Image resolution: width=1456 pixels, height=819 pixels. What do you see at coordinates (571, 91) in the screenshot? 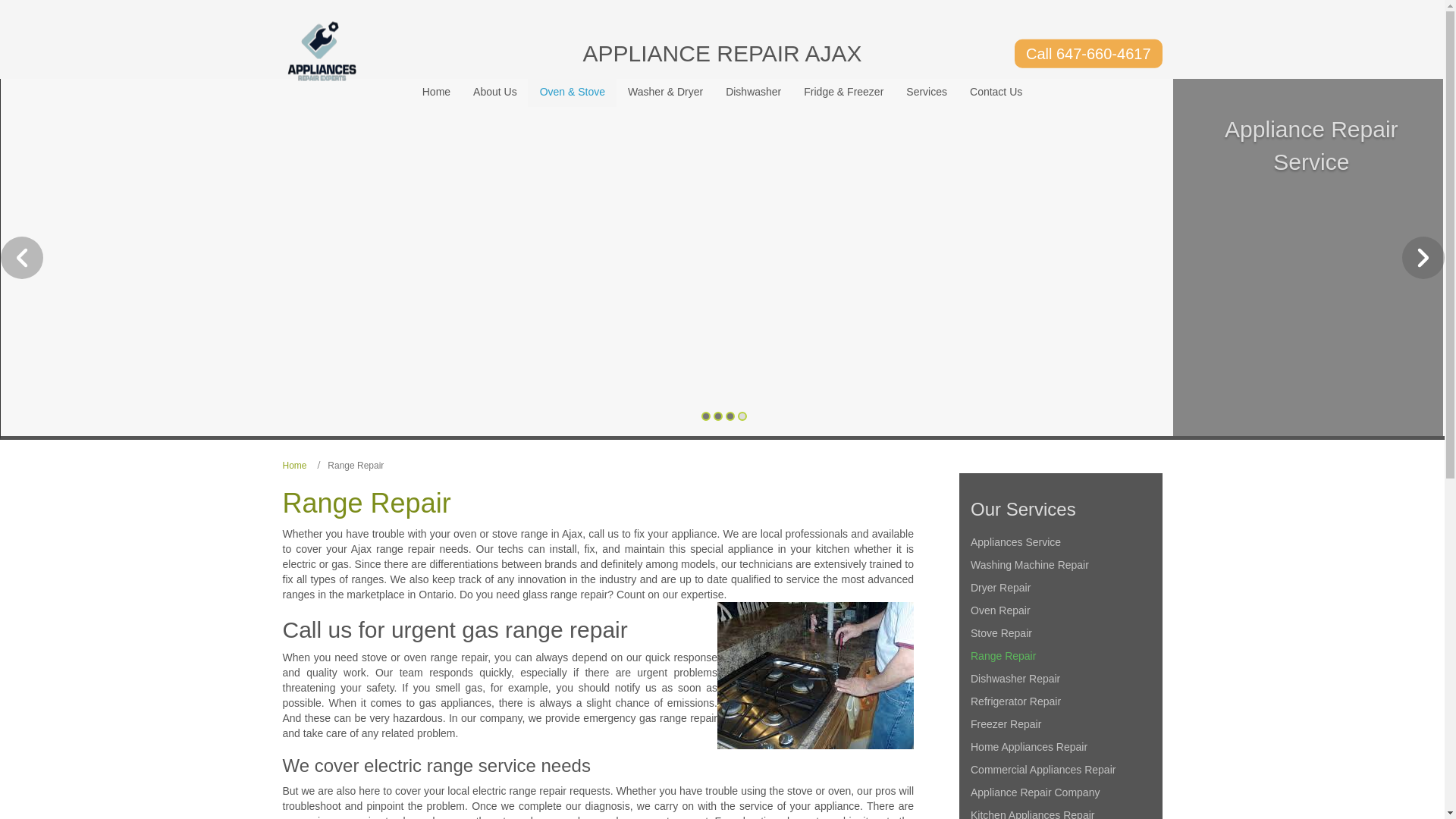
I see `'Oven & Stove'` at bounding box center [571, 91].